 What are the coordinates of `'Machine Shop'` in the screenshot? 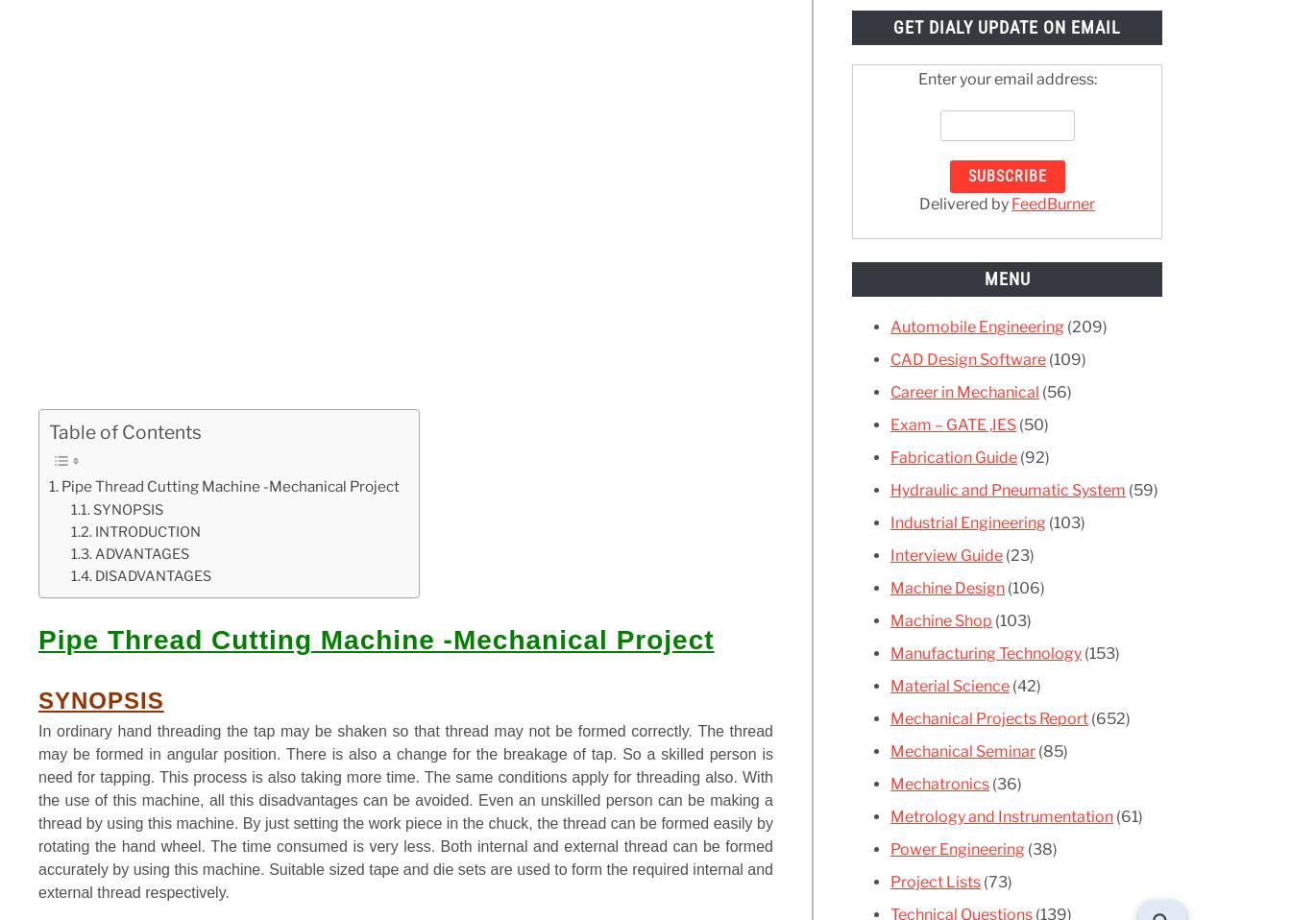 It's located at (940, 618).